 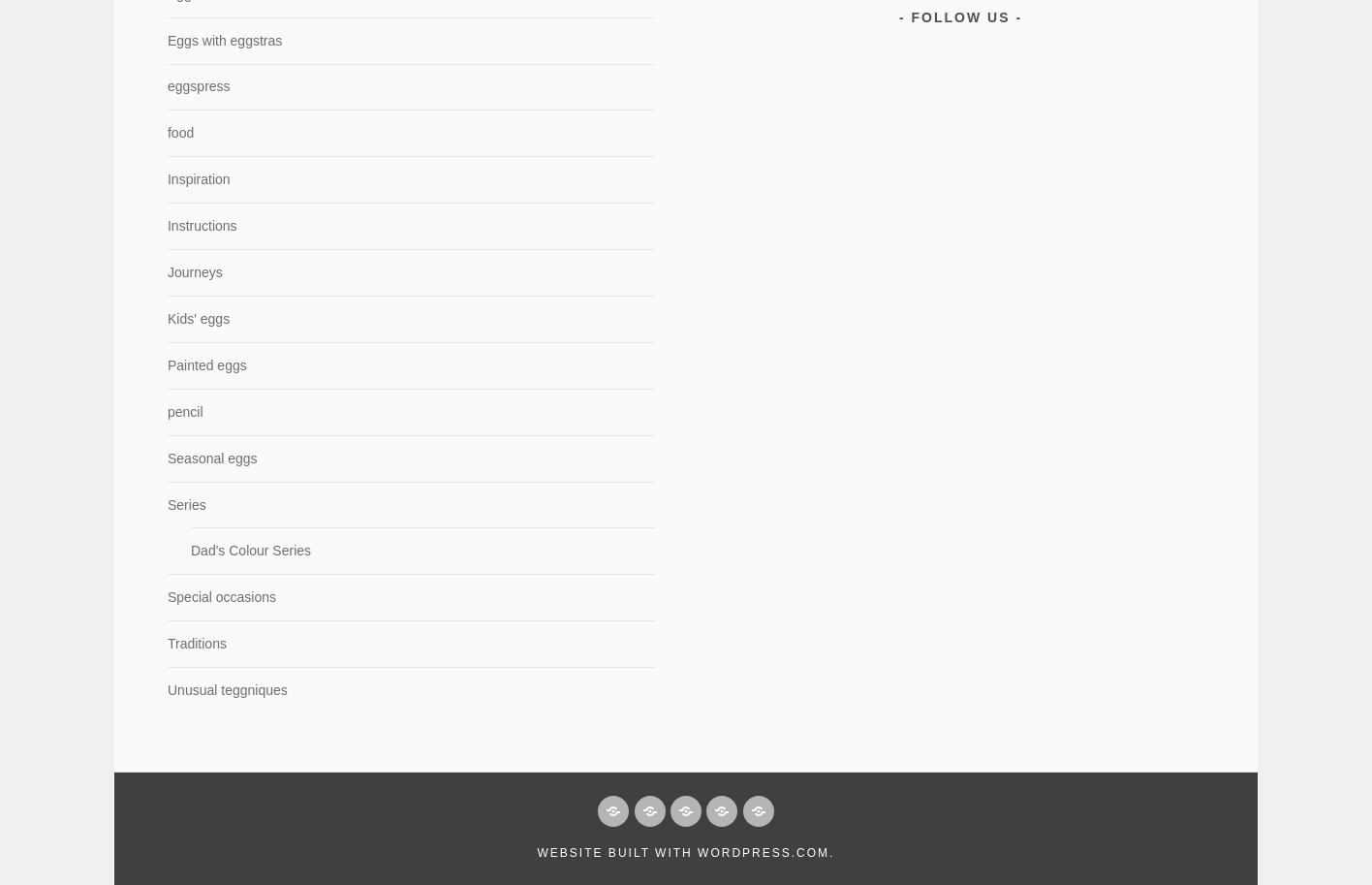 What do you see at coordinates (197, 178) in the screenshot?
I see `'Inspiration'` at bounding box center [197, 178].